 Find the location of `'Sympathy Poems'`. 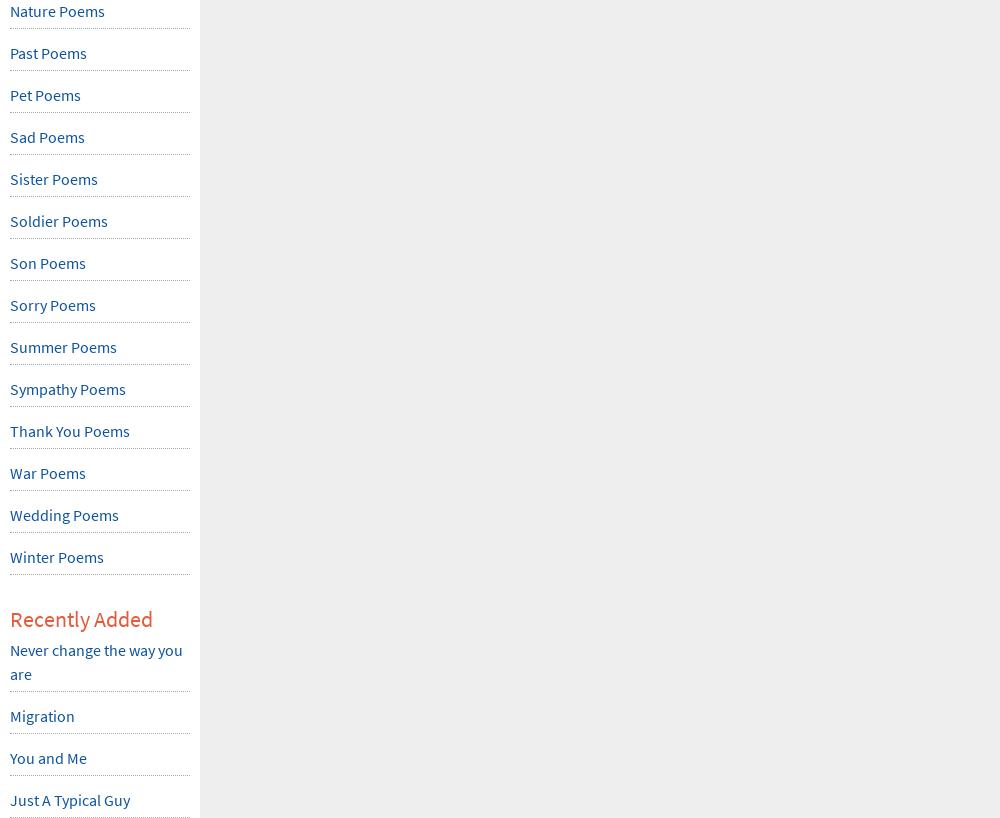

'Sympathy Poems' is located at coordinates (67, 389).